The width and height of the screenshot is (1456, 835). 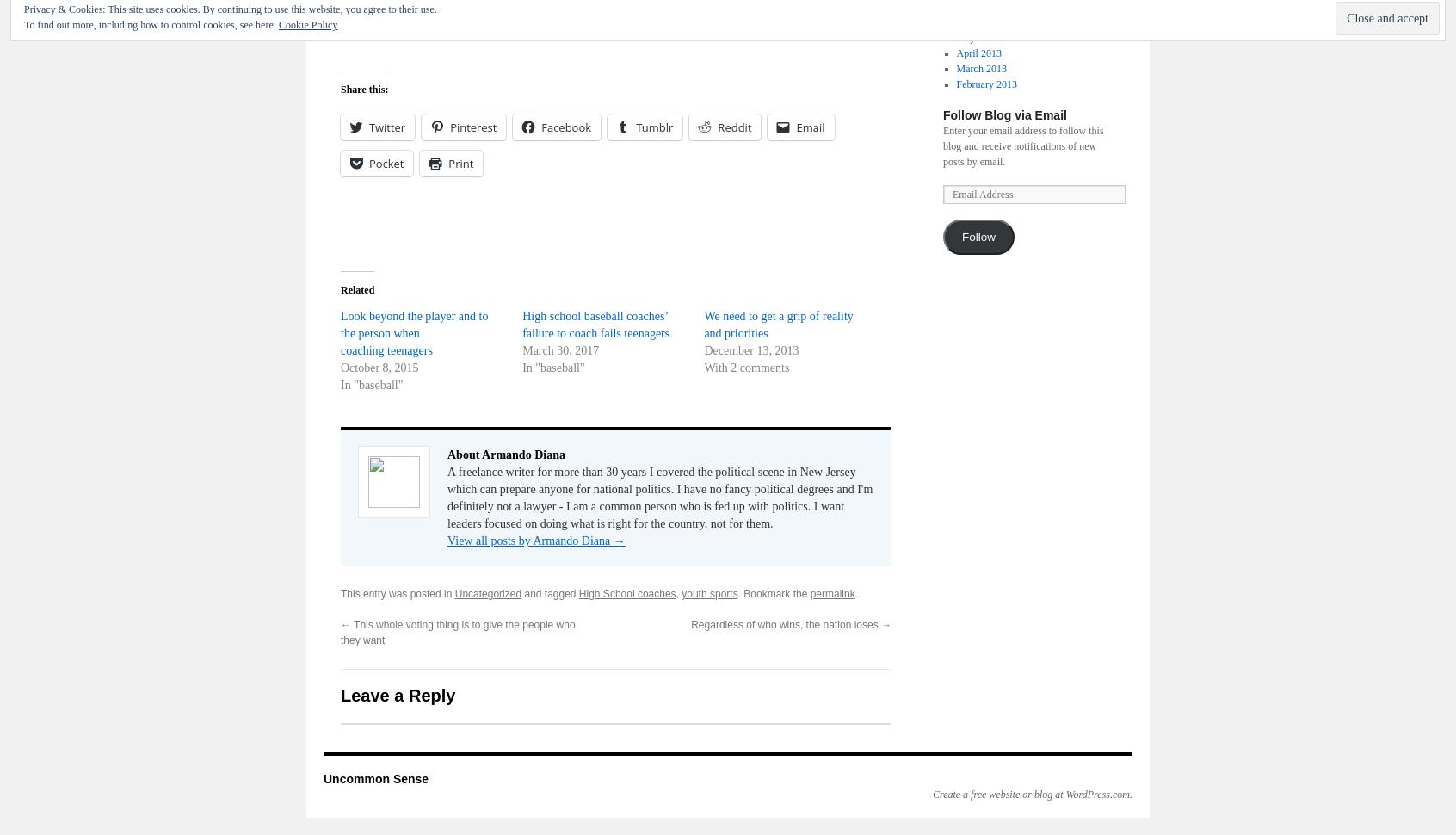 I want to click on 'Follow Blog via Email', so click(x=1003, y=114).